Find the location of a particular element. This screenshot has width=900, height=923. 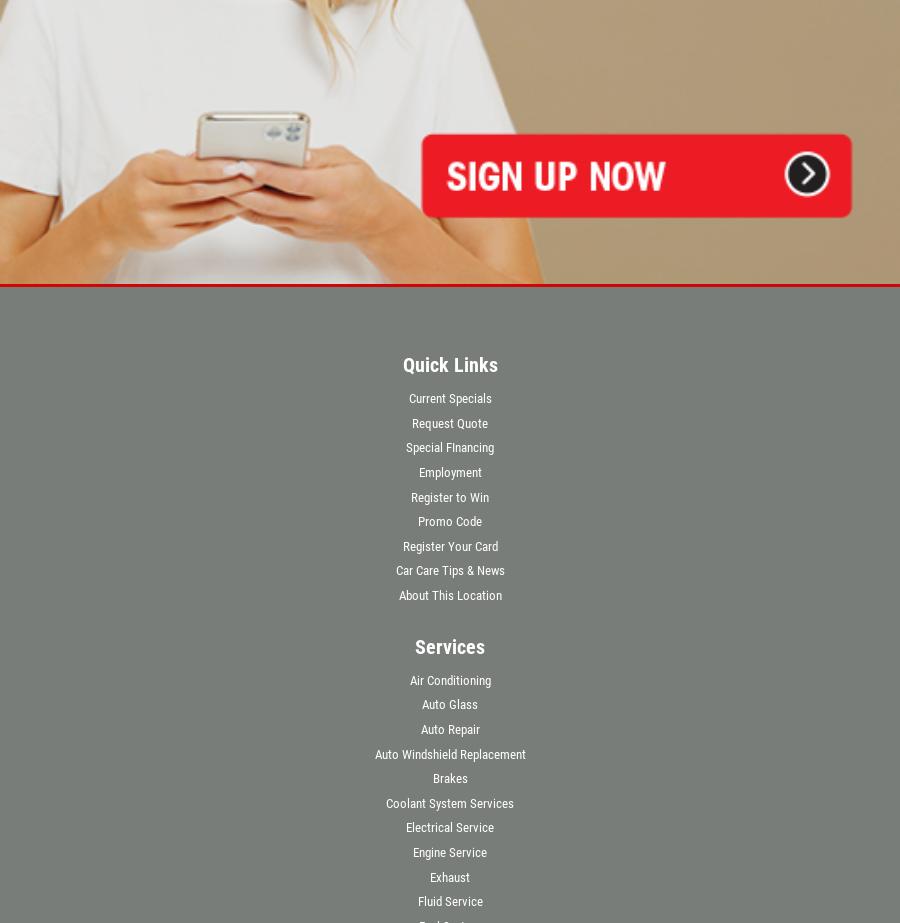

'Exhaust' is located at coordinates (450, 875).